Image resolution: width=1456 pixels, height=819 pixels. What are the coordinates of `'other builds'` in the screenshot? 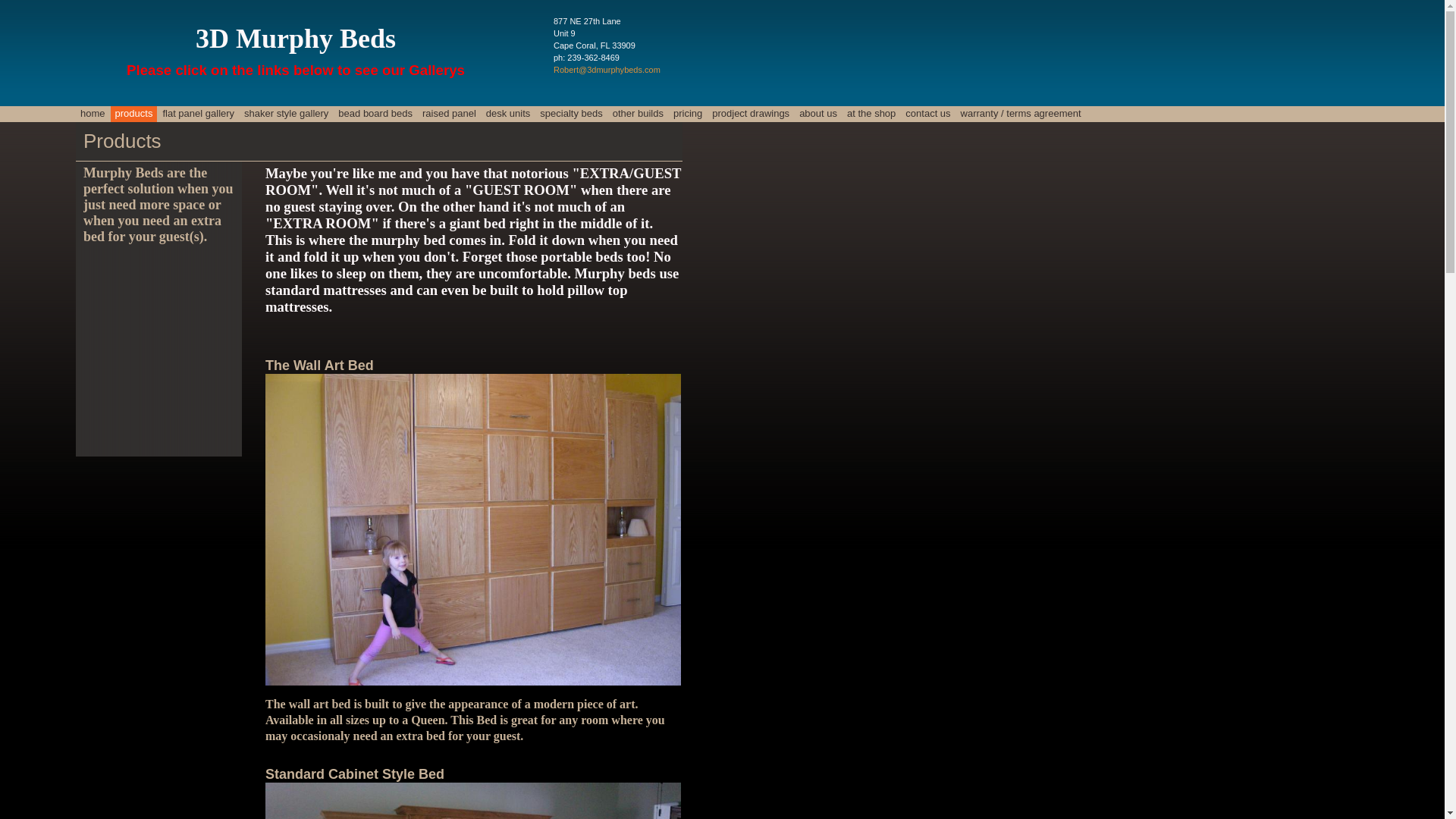 It's located at (638, 113).